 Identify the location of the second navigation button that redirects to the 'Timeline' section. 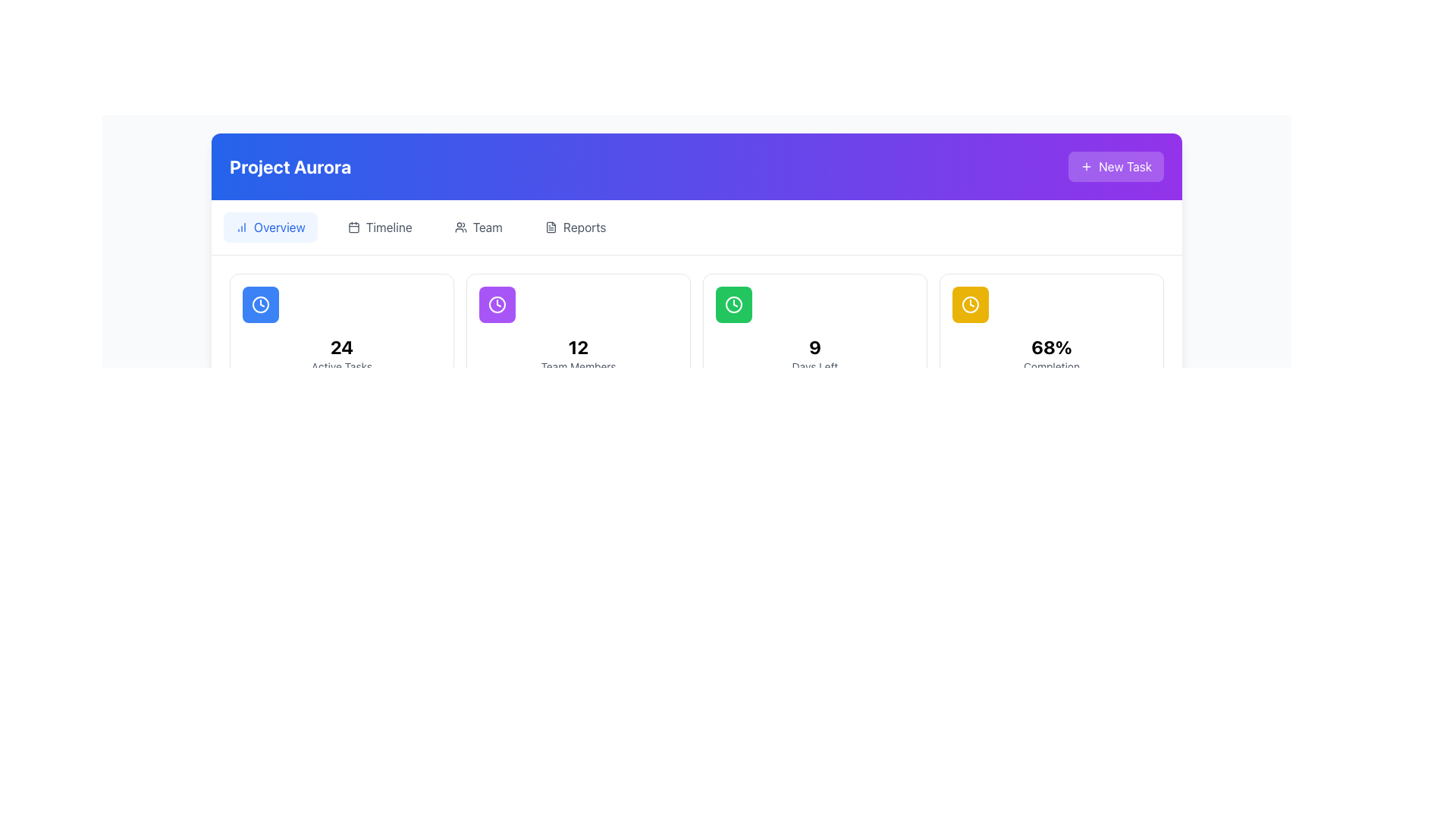
(380, 227).